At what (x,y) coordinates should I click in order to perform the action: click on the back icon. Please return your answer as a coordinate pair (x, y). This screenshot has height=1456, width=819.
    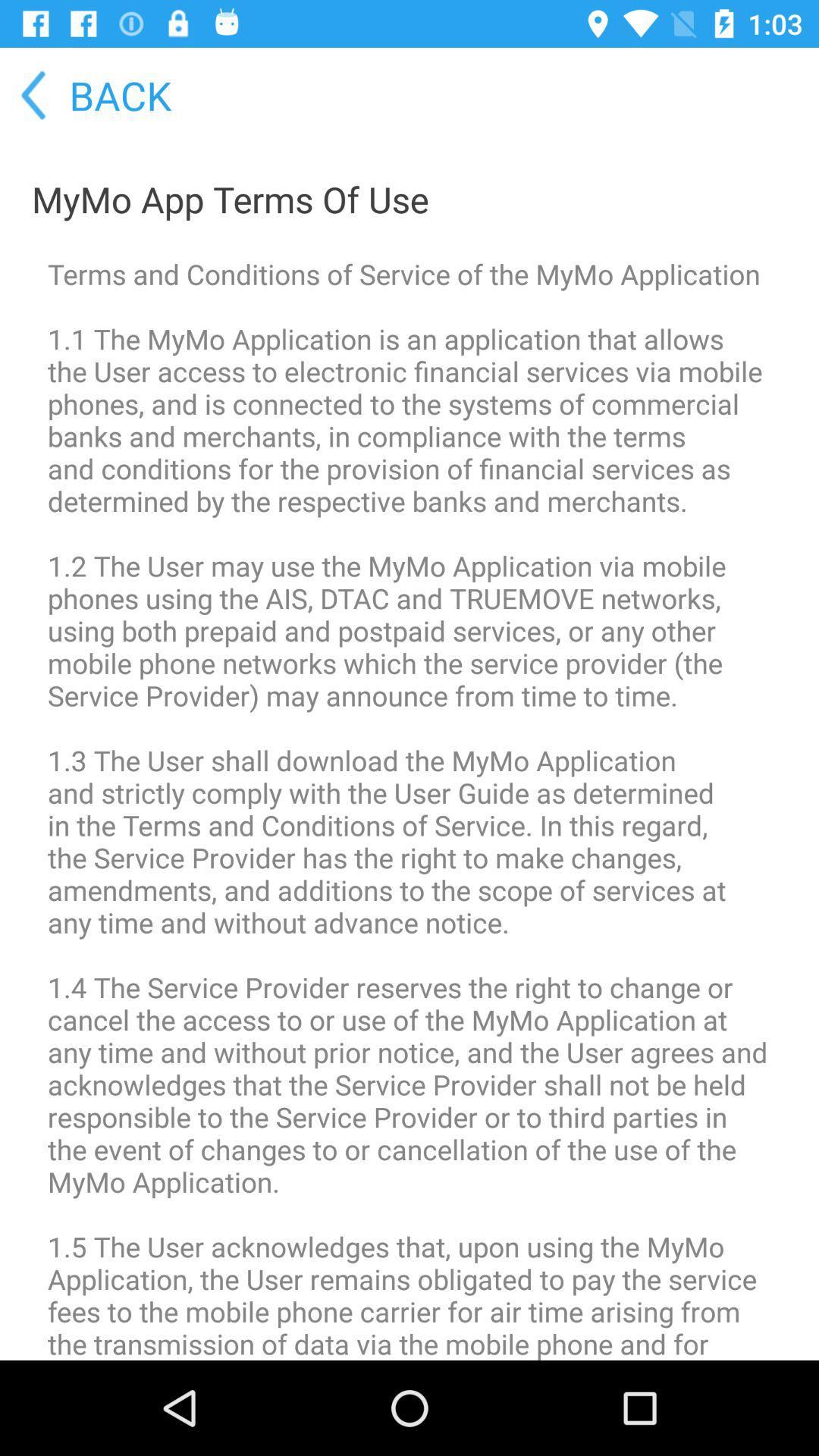
    Looking at the image, I should click on (87, 94).